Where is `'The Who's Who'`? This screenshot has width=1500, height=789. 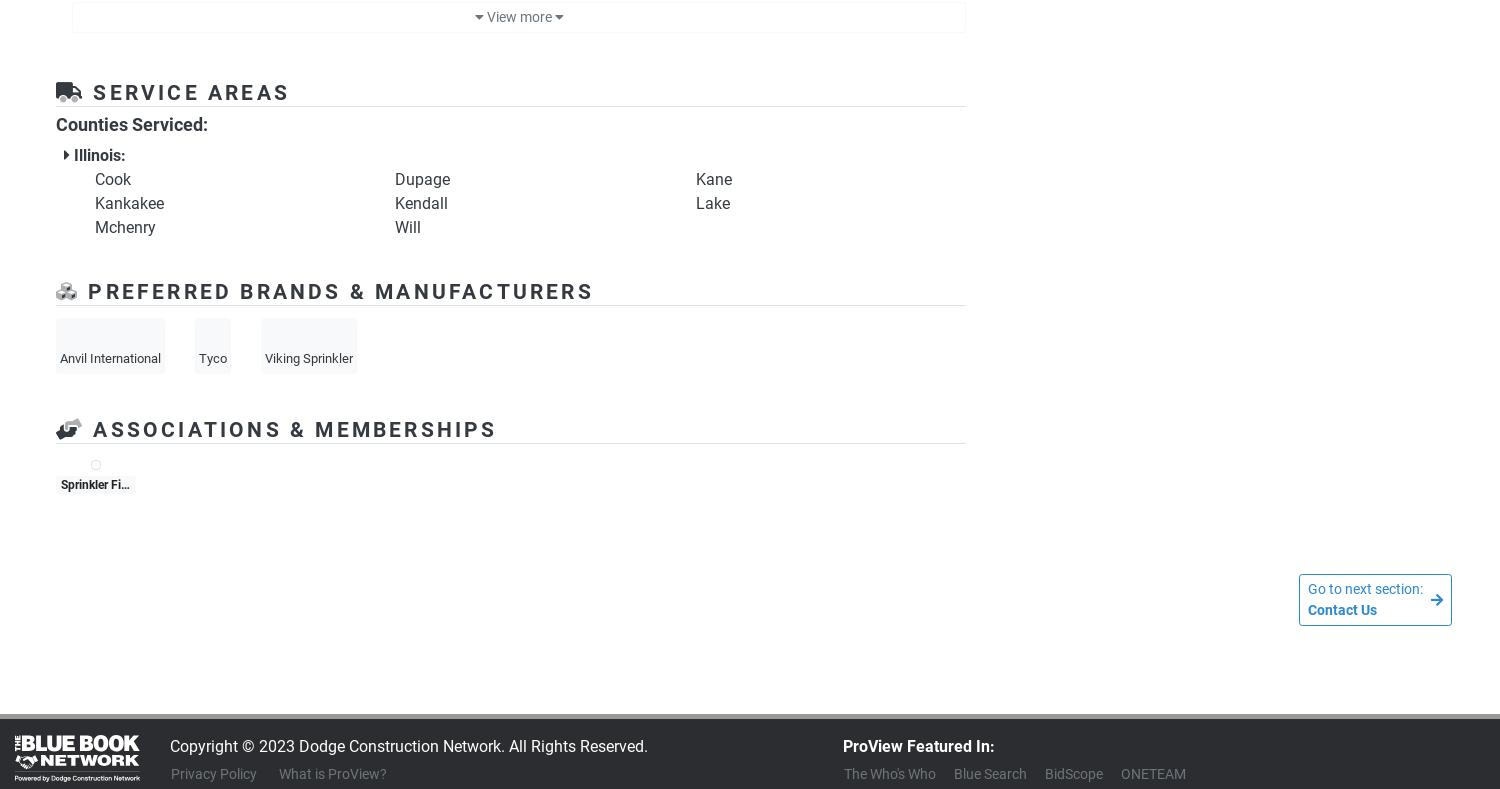
'The Who's Who' is located at coordinates (842, 774).